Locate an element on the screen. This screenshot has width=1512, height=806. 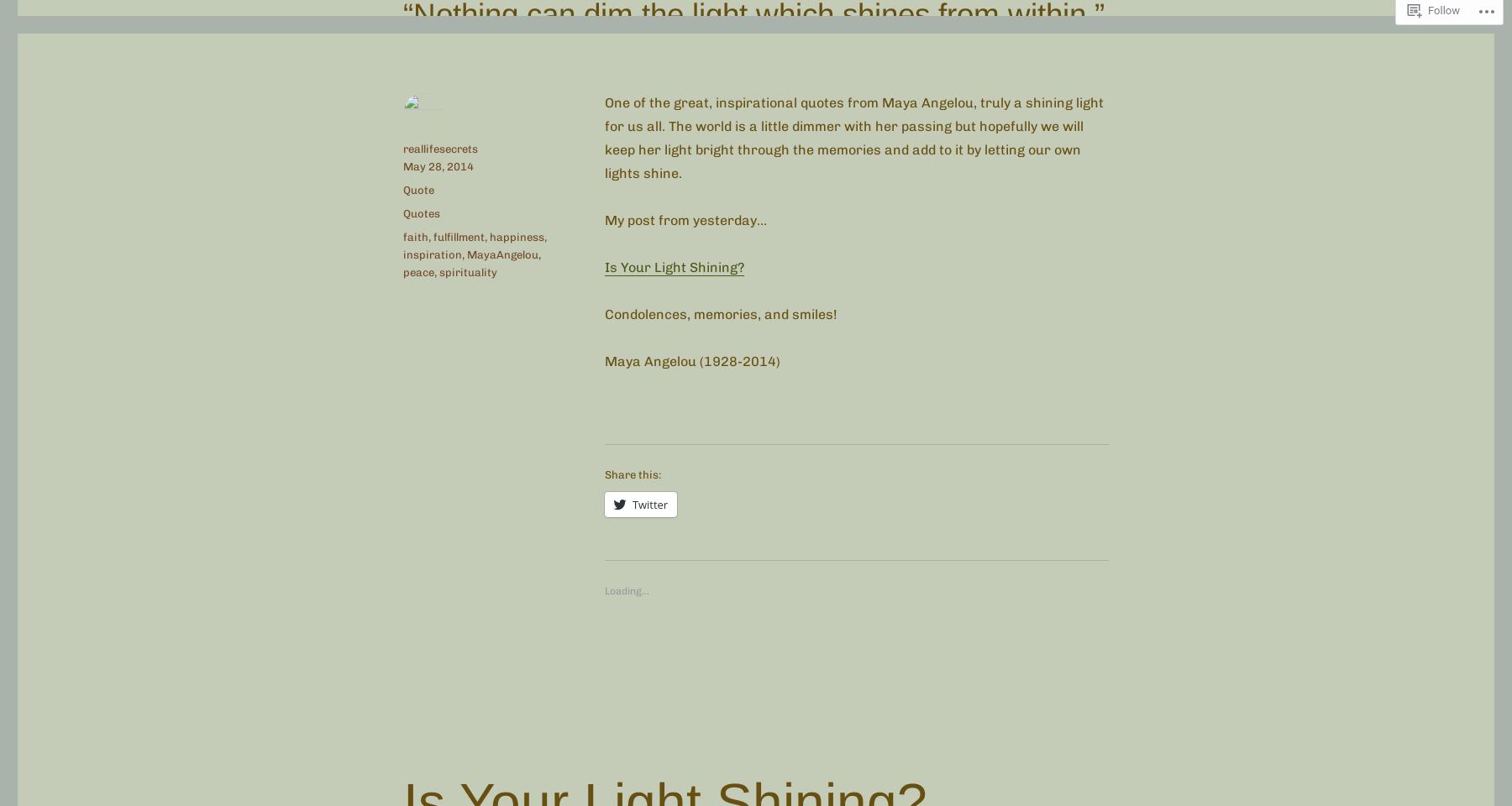
'Follow' is located at coordinates (1444, 9).